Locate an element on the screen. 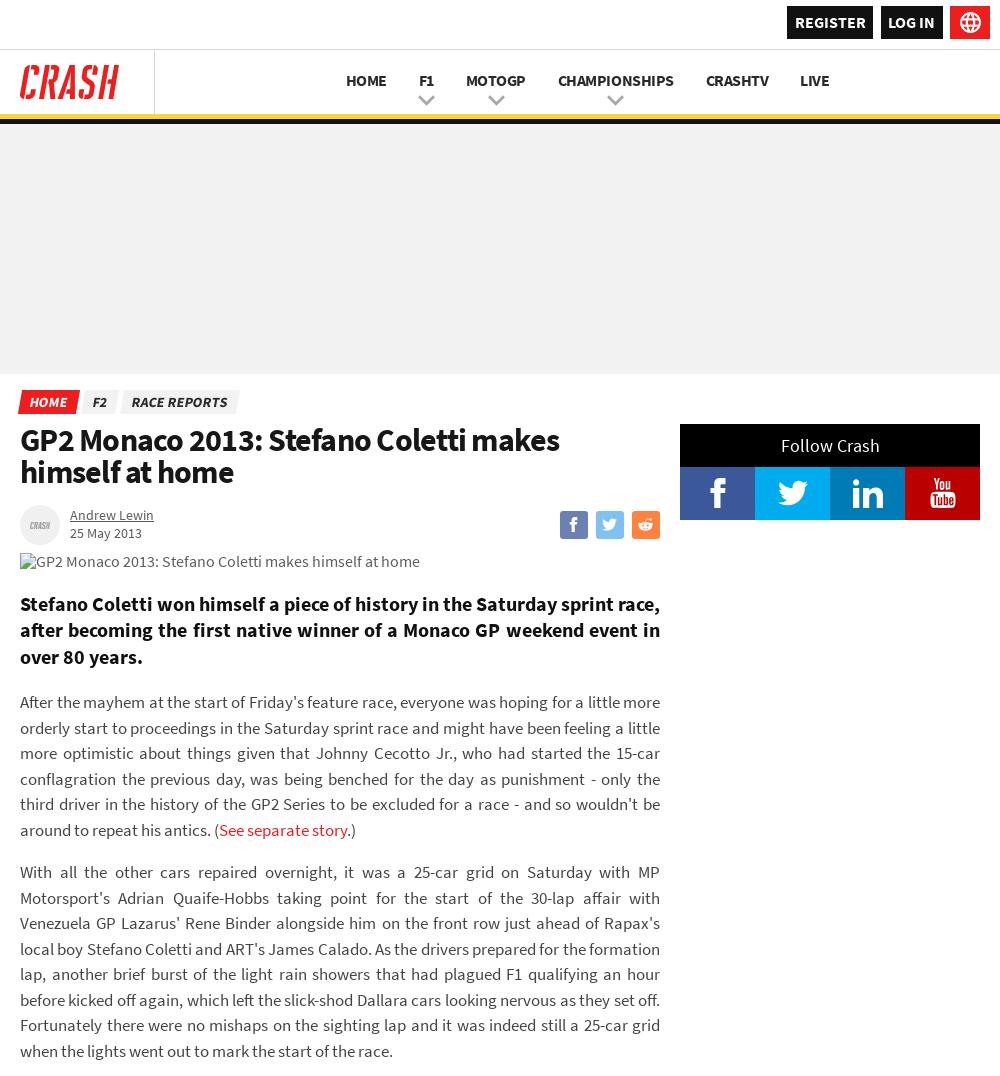 The width and height of the screenshot is (1000, 1076). '25 May 2013' is located at coordinates (69, 533).